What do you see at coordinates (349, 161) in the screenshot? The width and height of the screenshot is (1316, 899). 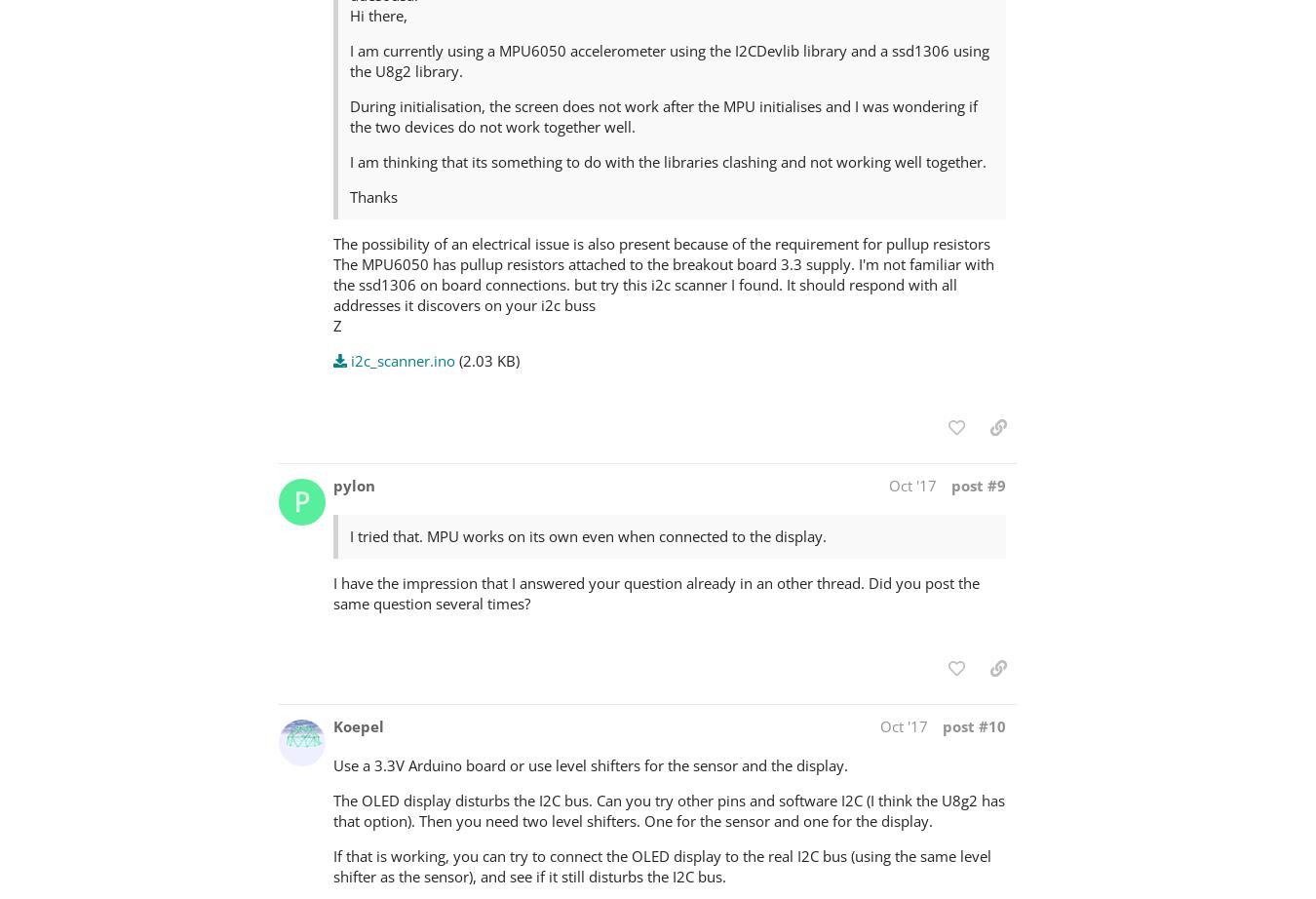 I see `'I am thinking that its something to do with the libraries clashing and not working well together.'` at bounding box center [349, 161].